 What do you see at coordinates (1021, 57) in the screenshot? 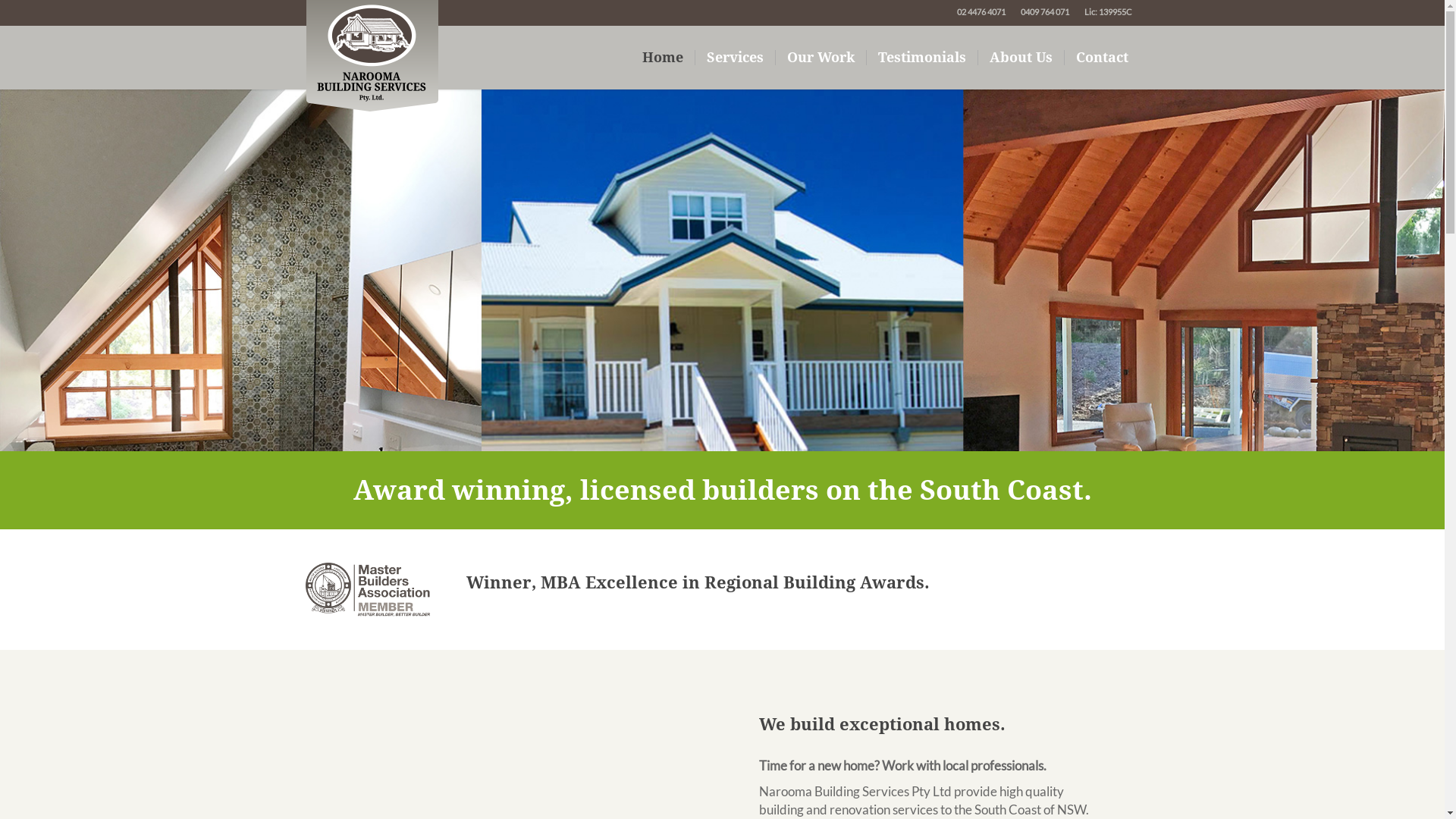
I see `'About Us'` at bounding box center [1021, 57].